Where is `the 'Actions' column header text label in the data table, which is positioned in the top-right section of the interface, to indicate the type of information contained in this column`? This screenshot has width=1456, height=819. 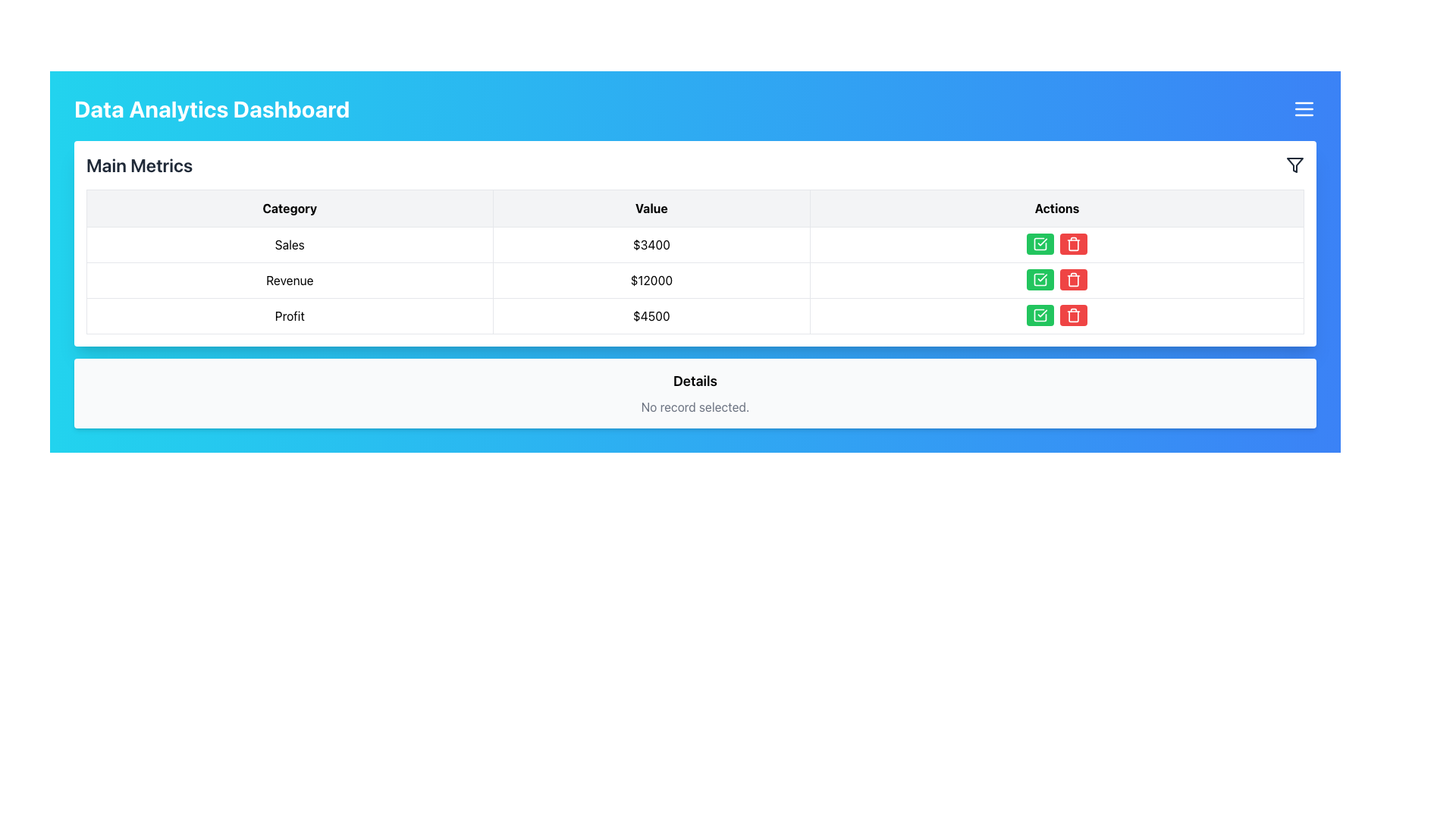 the 'Actions' column header text label in the data table, which is positioned in the top-right section of the interface, to indicate the type of information contained in this column is located at coordinates (1056, 208).